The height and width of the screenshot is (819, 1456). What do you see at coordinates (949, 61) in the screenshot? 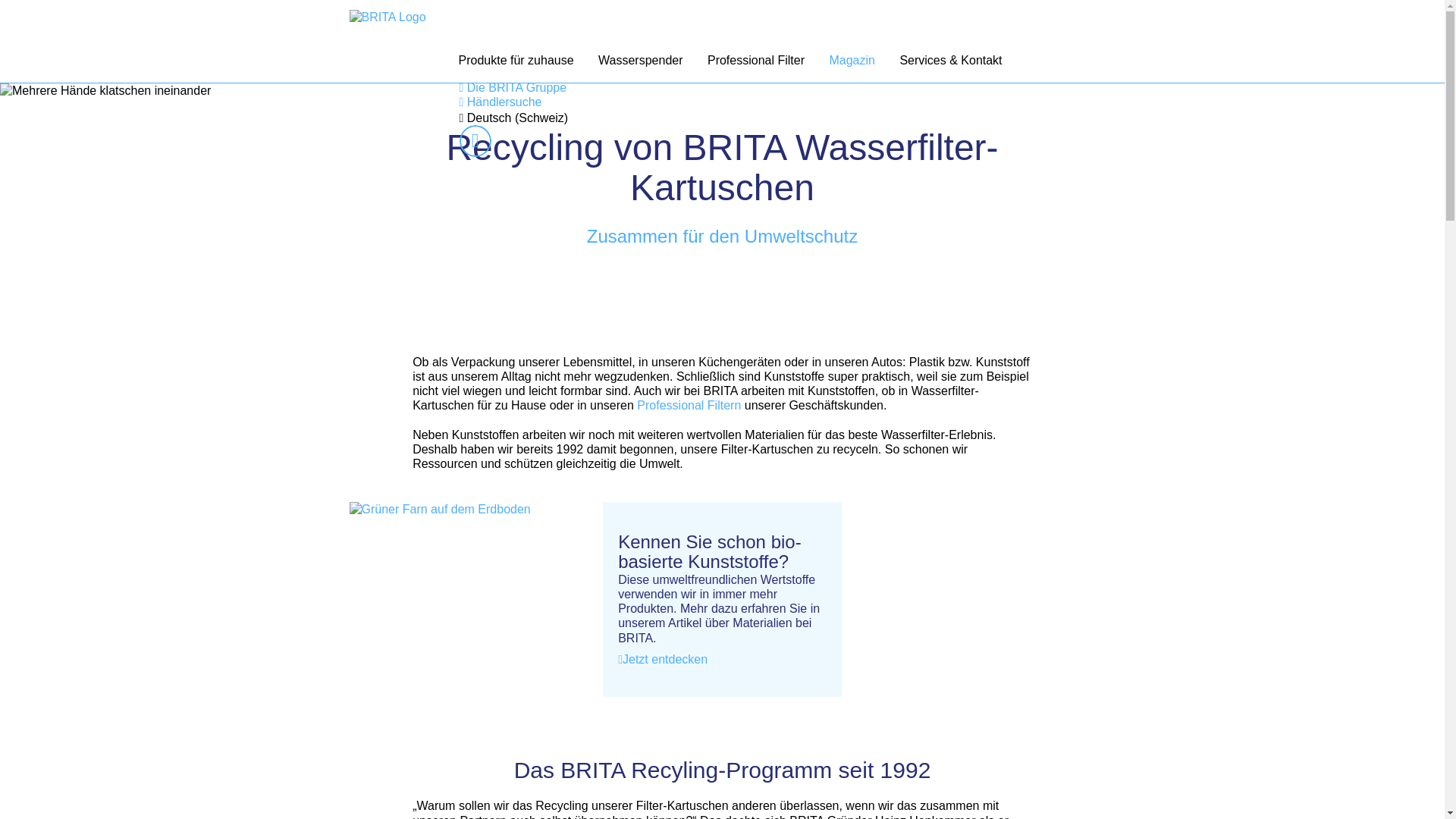
I see `'Services & Kontakt'` at bounding box center [949, 61].